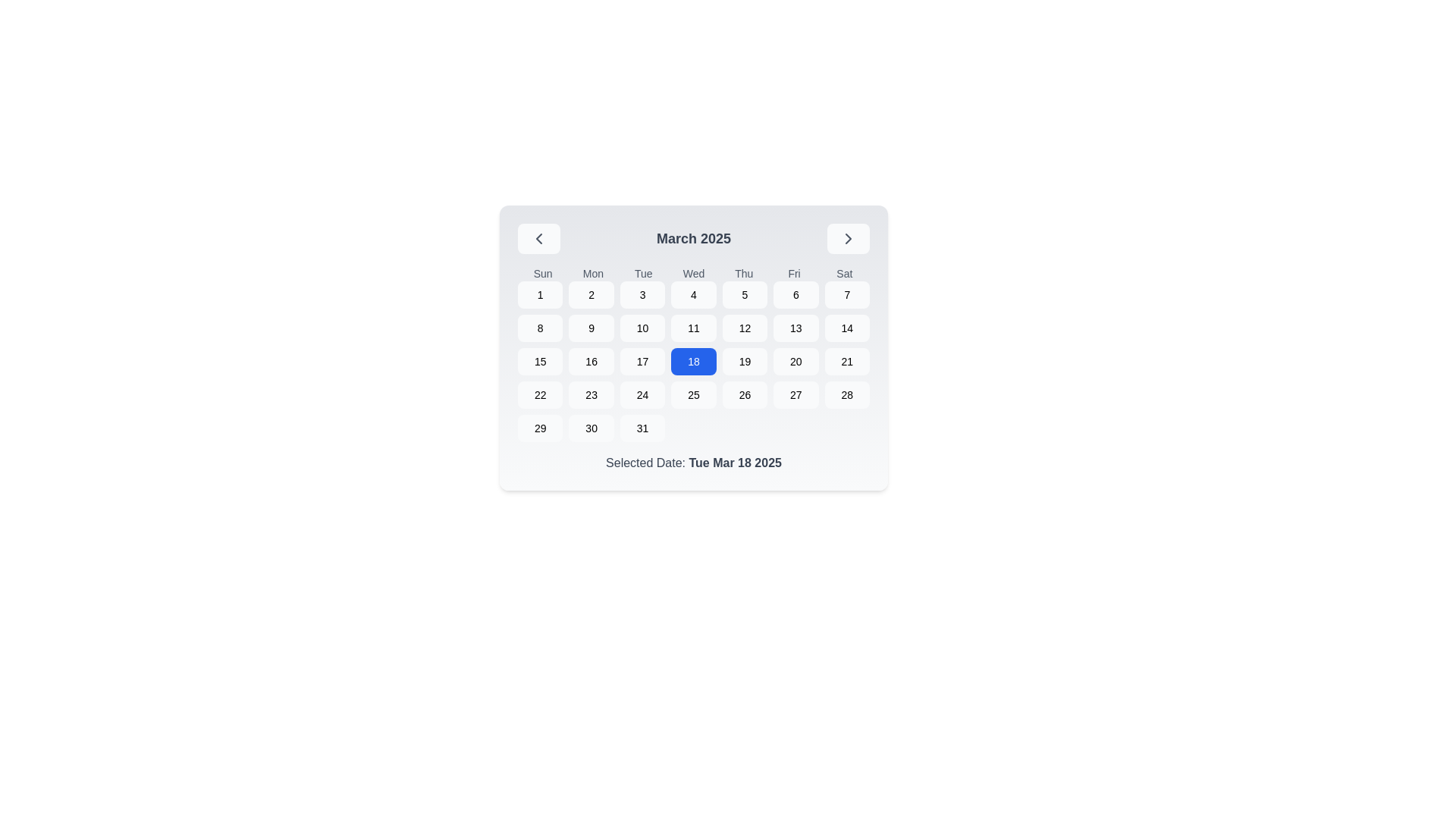 This screenshot has height=819, width=1456. What do you see at coordinates (538, 239) in the screenshot?
I see `the Chevron-Left icon located in the top-left corner of the calendar component` at bounding box center [538, 239].